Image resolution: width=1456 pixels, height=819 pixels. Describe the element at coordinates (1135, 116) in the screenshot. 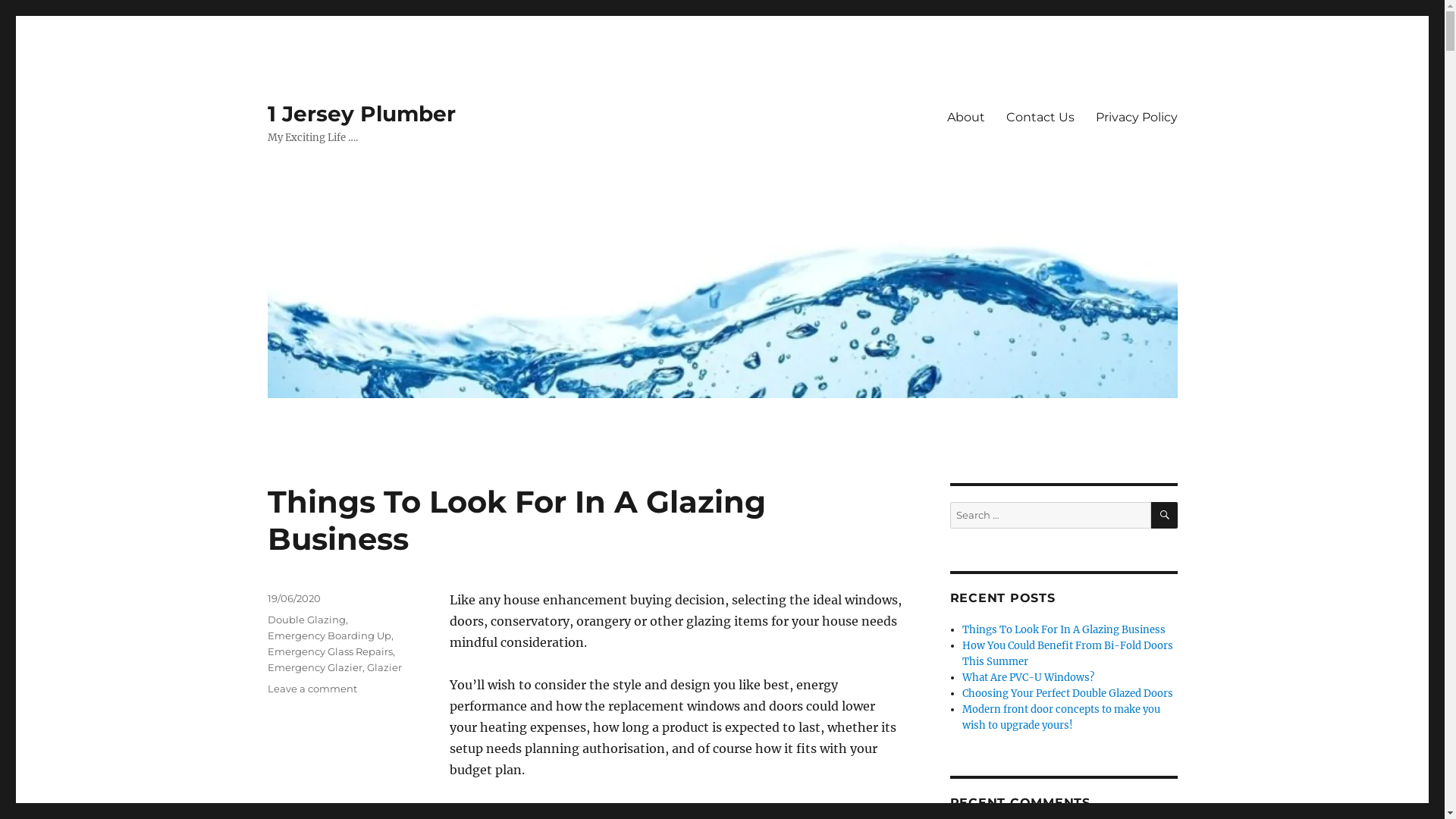

I see `'Privacy Policy'` at that location.